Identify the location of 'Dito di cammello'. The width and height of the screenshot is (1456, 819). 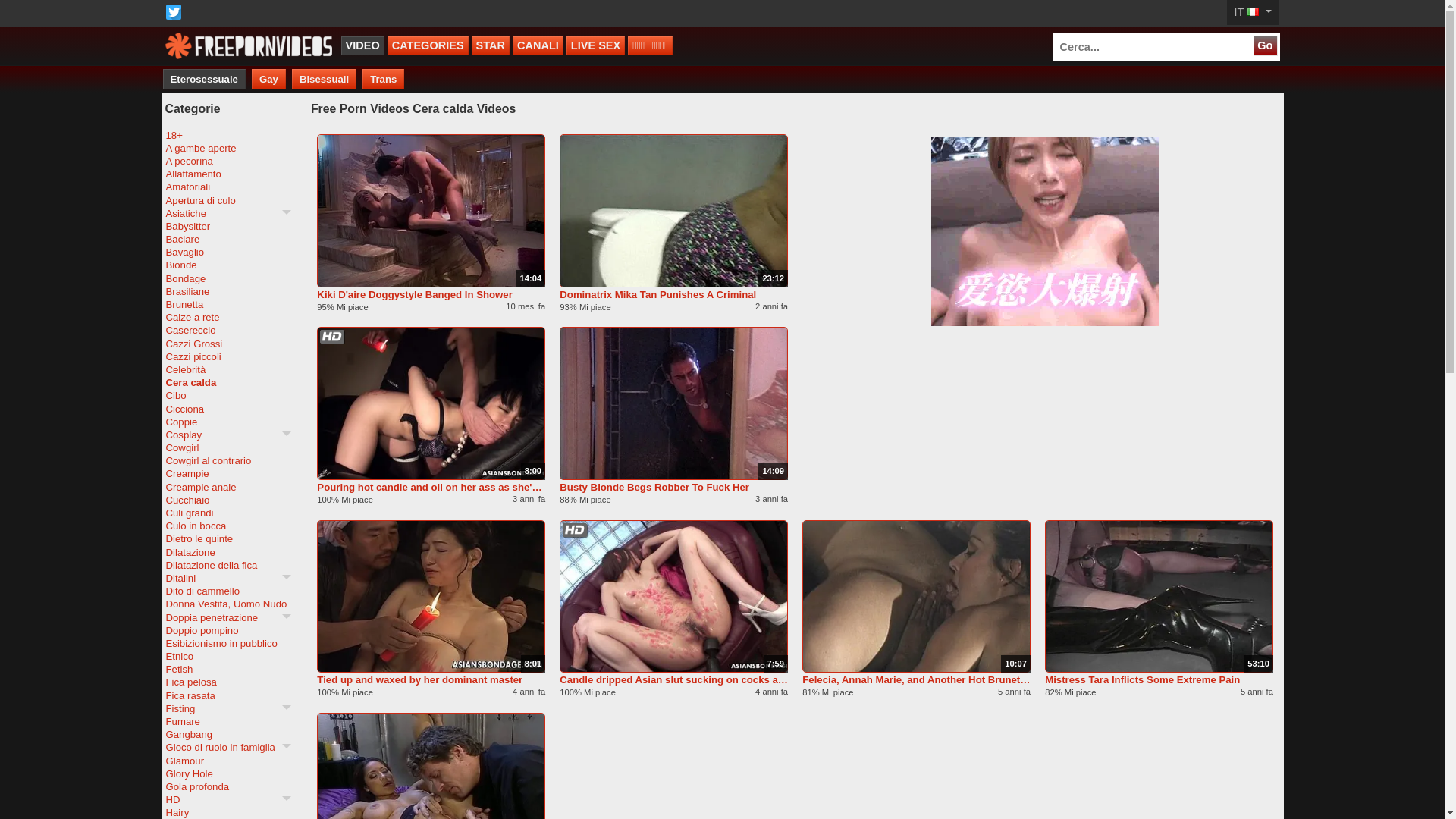
(227, 590).